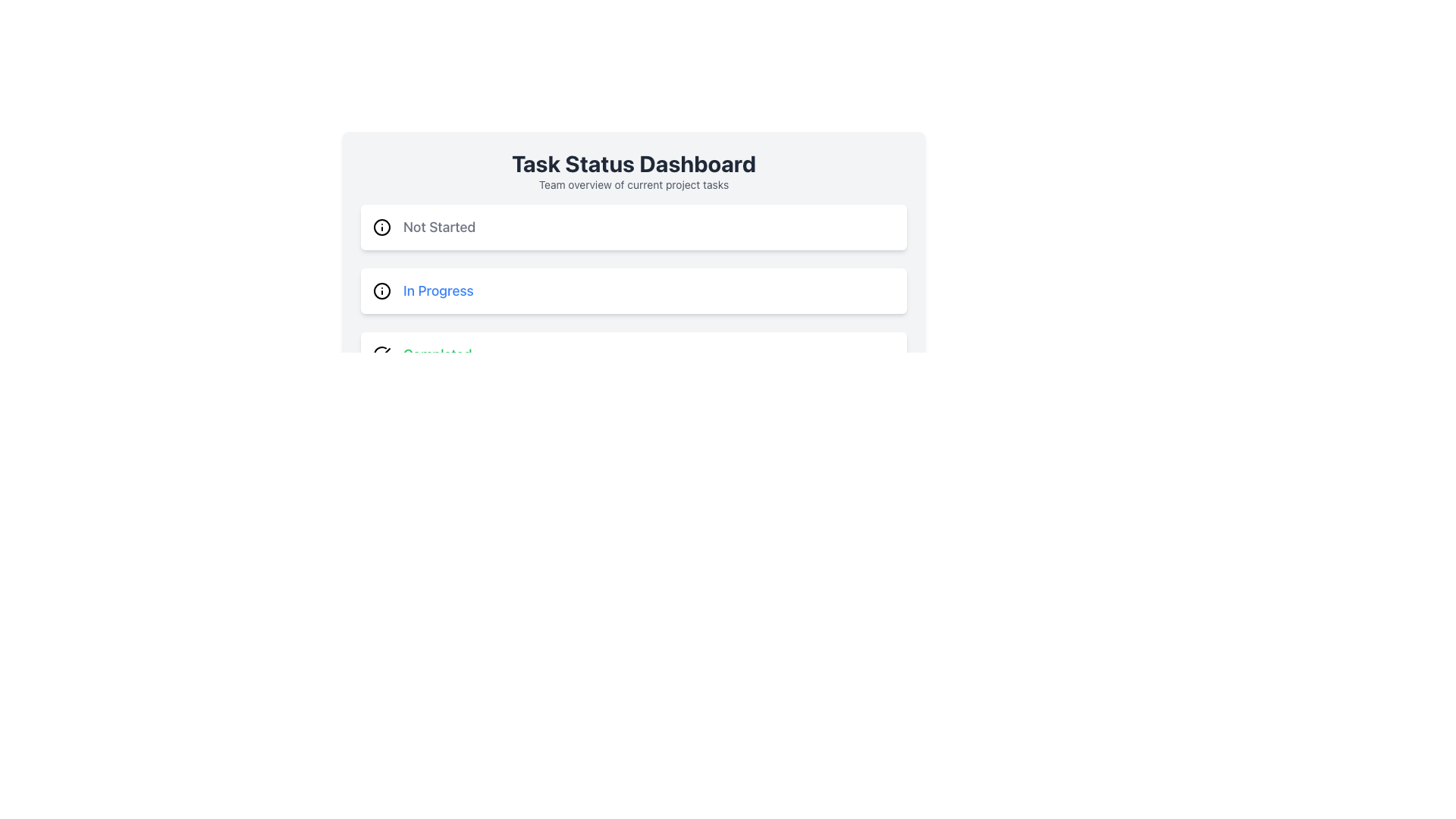  What do you see at coordinates (633, 233) in the screenshot?
I see `the first list item in the 'Task Status Dashboard' representing the 'Not Started' status` at bounding box center [633, 233].